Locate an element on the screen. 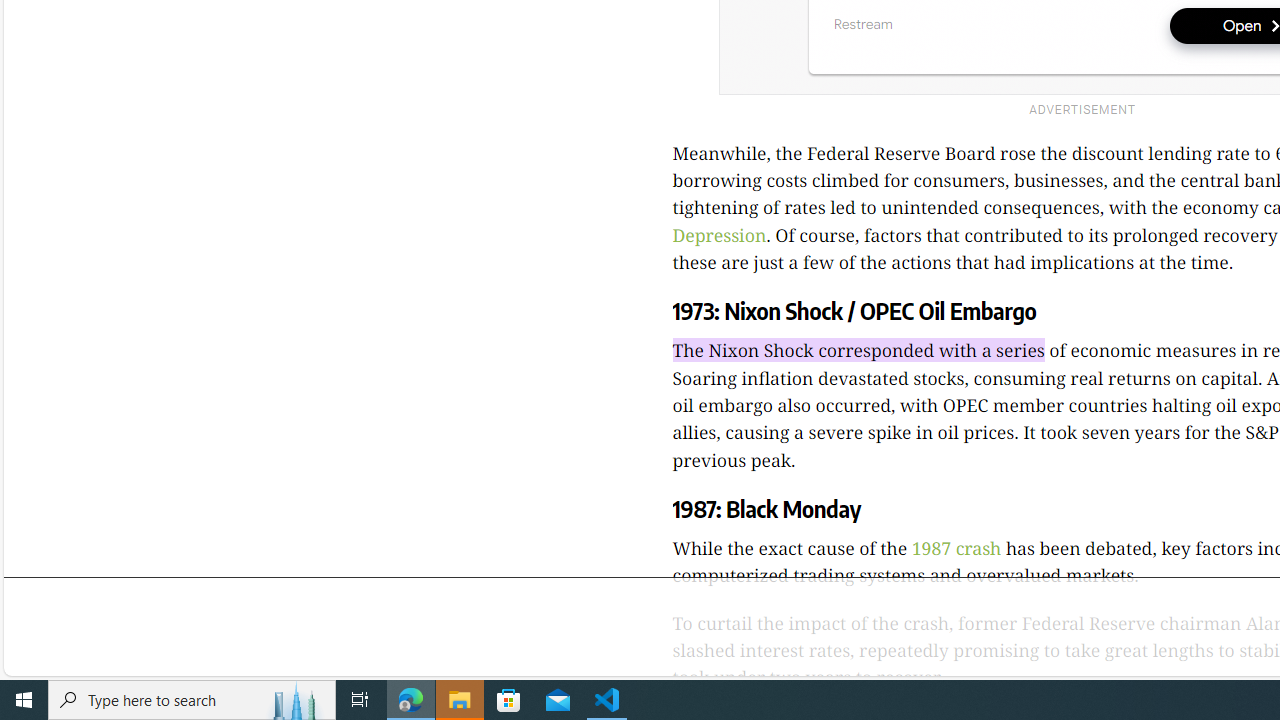  'Restream' is located at coordinates (863, 24).